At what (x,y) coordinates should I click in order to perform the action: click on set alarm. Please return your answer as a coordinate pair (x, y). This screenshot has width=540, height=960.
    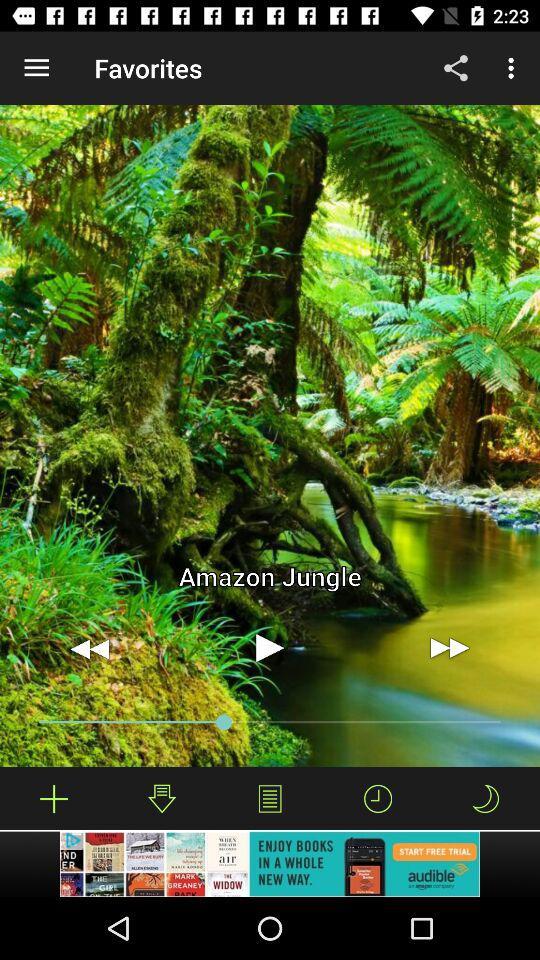
    Looking at the image, I should click on (378, 798).